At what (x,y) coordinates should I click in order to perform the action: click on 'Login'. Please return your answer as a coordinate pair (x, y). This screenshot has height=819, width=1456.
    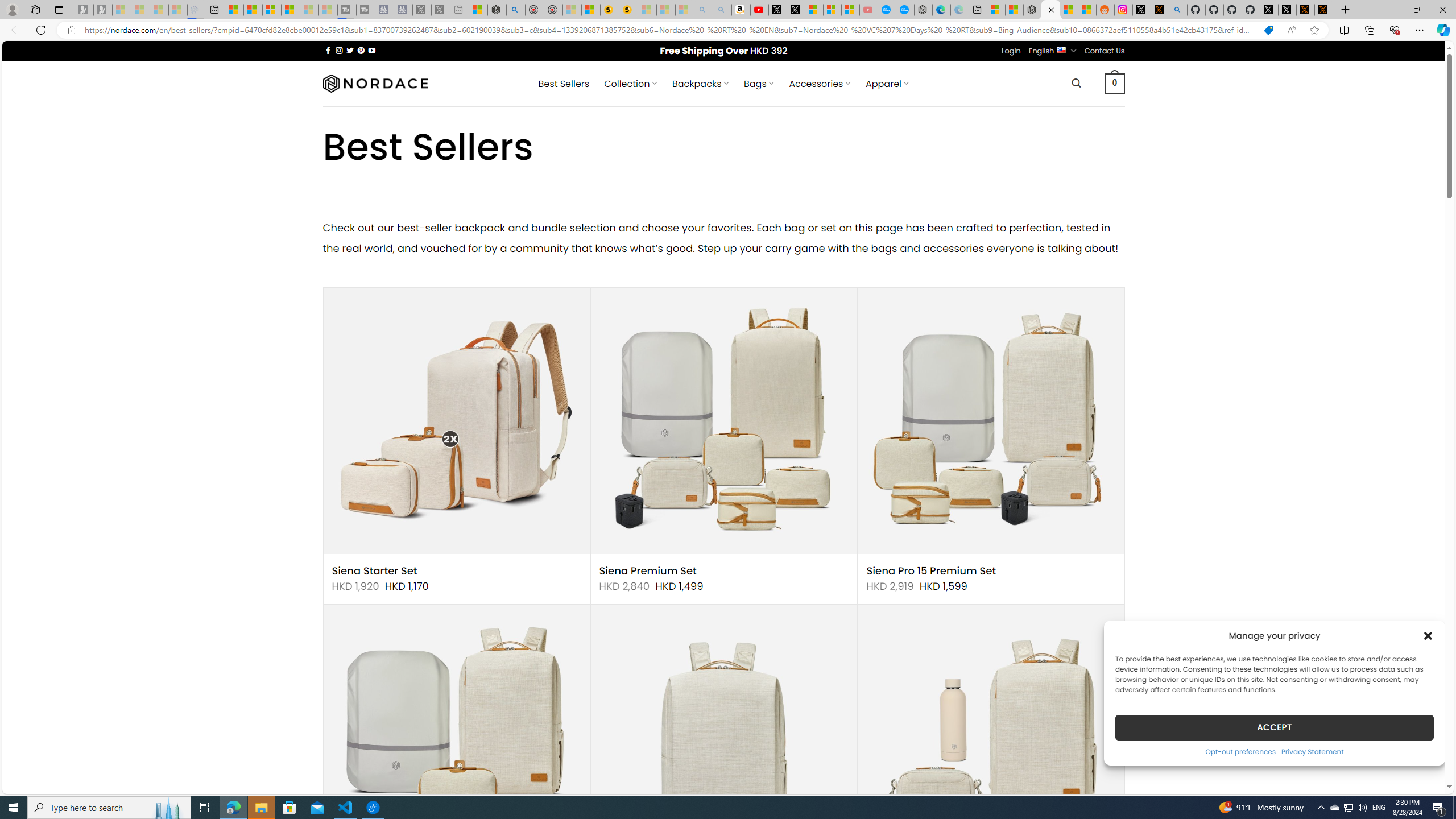
    Looking at the image, I should click on (1011, 50).